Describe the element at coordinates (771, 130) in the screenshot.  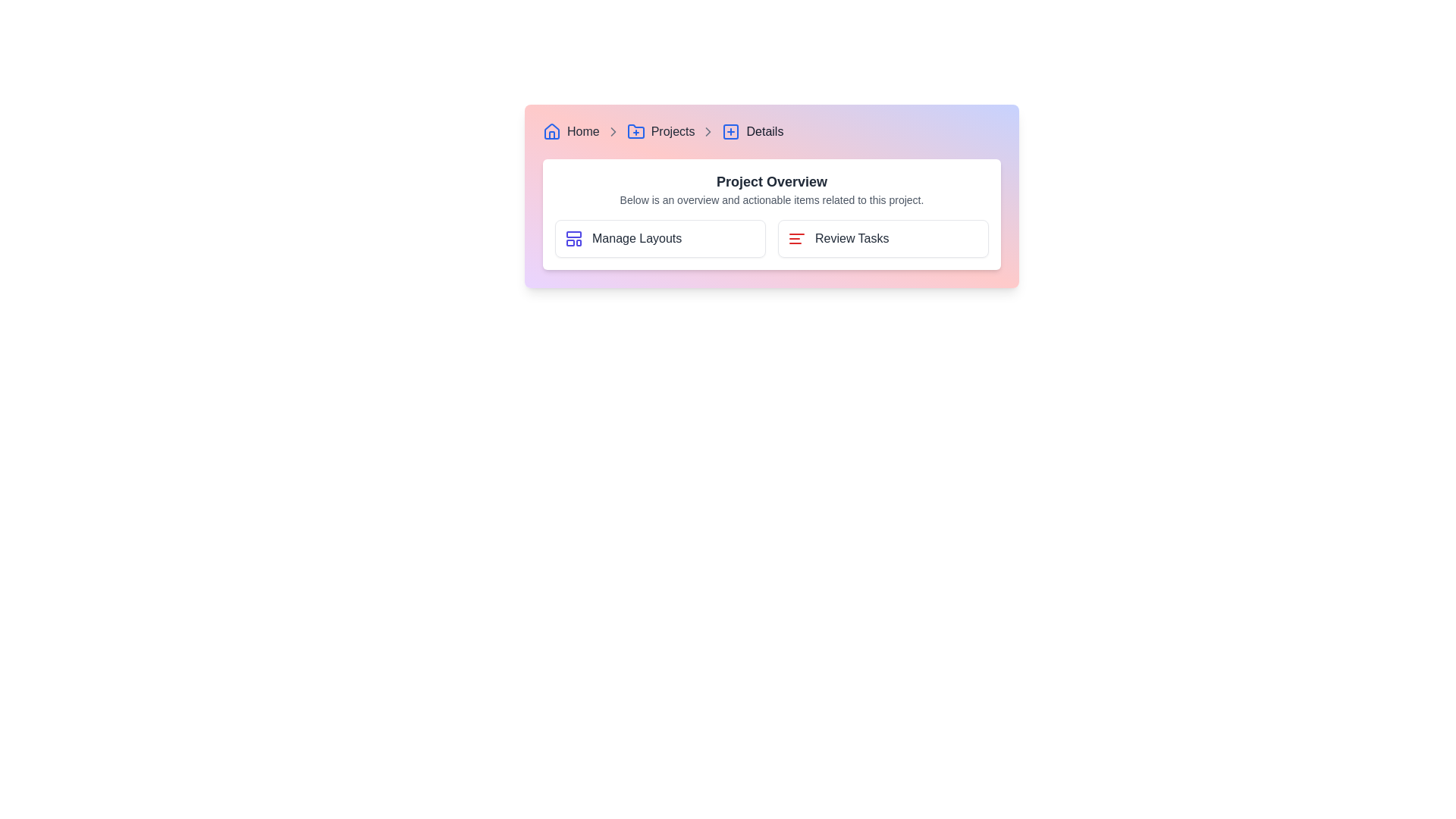
I see `the bold 'Details' segment of the breadcrumb navigation bar` at that location.